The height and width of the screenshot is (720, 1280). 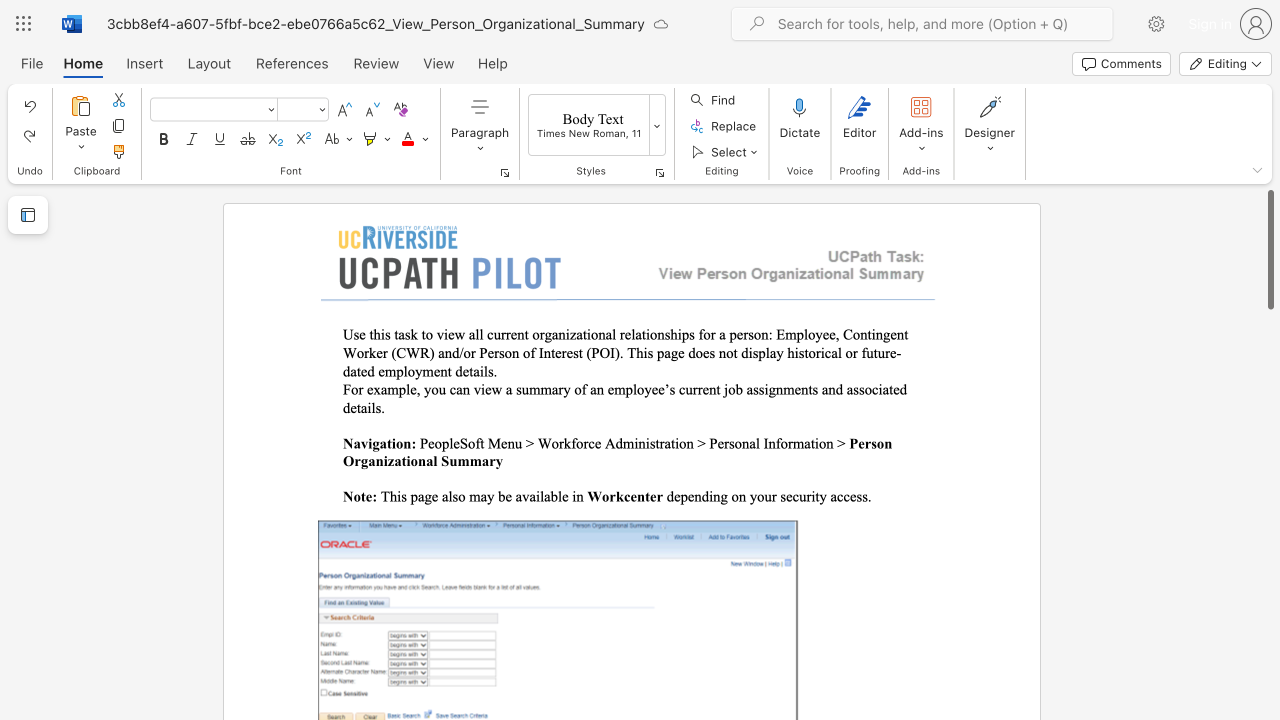 I want to click on the subset text "ple, you can view a summary of an employee’s current job assignments a" within the text "For example, you can view a summary of an employee’s current job assignments and associated details.", so click(x=398, y=389).